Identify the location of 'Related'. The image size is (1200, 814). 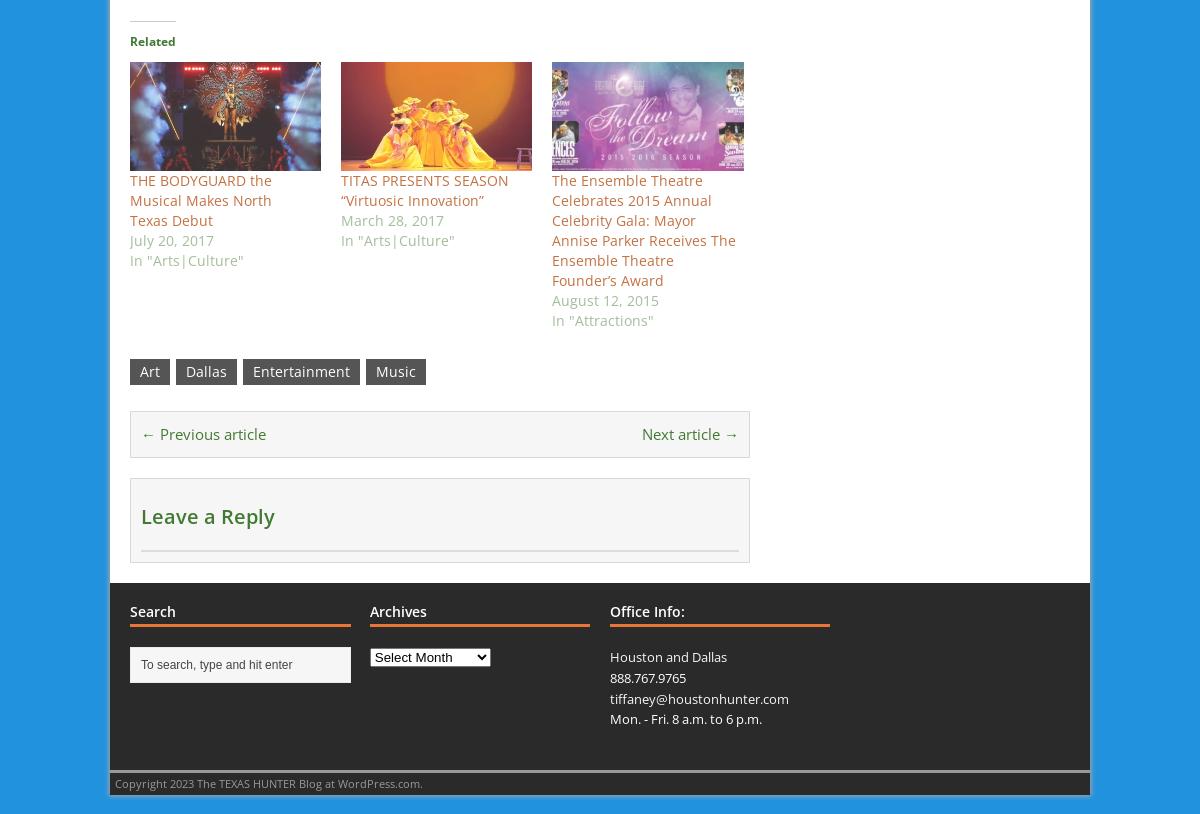
(152, 40).